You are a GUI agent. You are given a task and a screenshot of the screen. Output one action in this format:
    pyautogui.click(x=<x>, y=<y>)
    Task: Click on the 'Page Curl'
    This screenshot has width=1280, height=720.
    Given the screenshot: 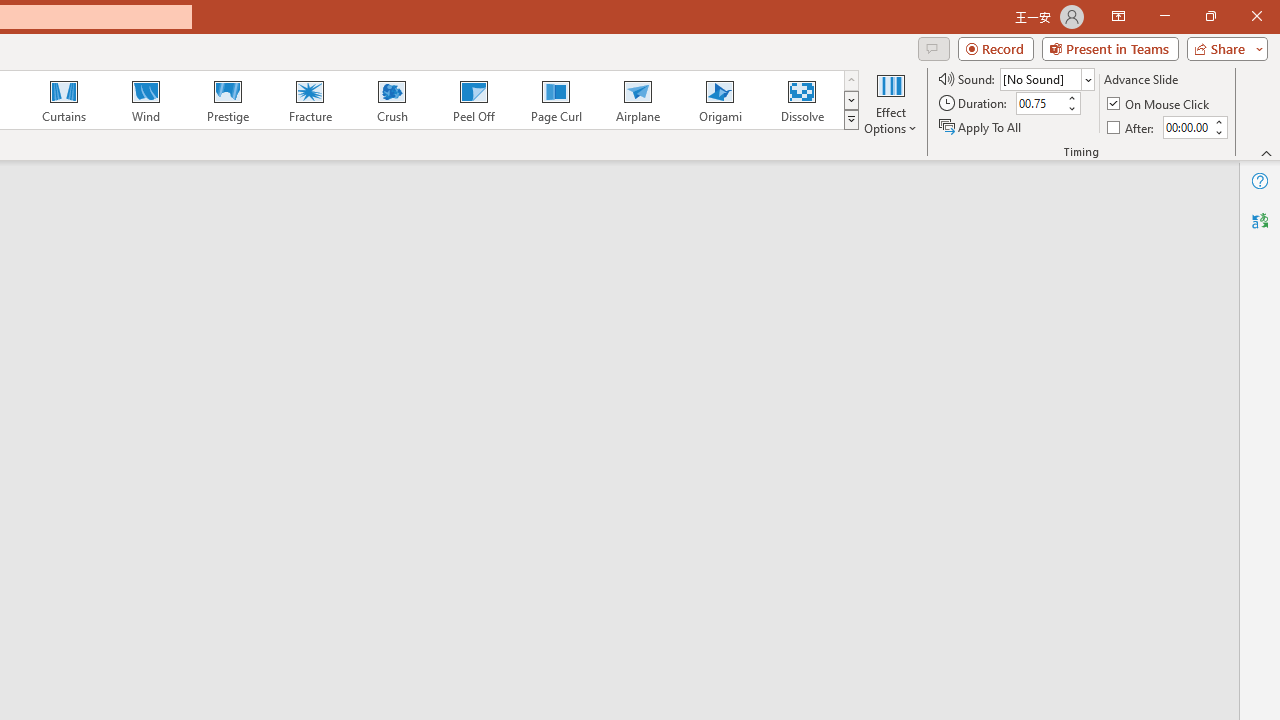 What is the action you would take?
    pyautogui.click(x=555, y=100)
    